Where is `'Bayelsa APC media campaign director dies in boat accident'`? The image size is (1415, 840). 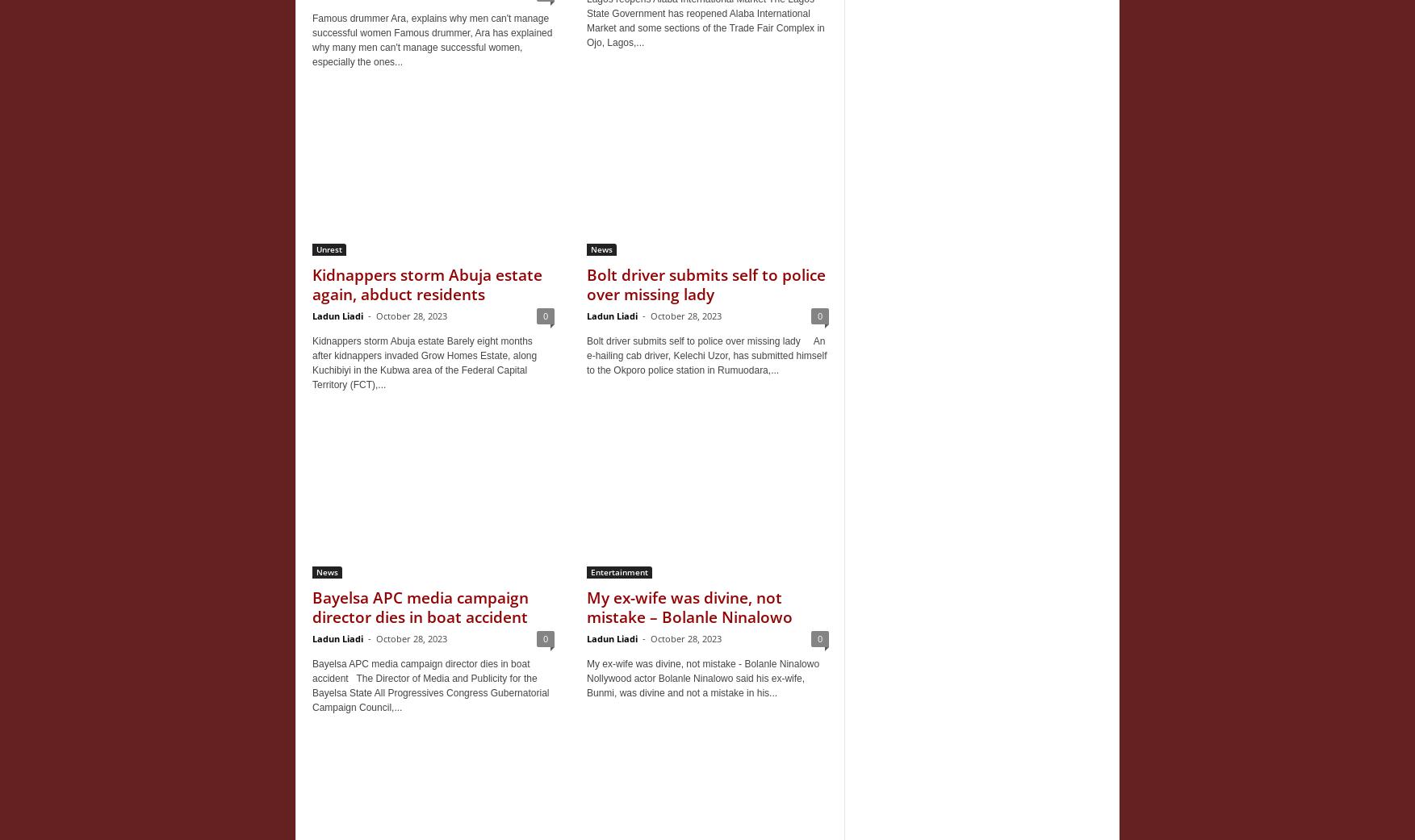
'Bayelsa APC media campaign director dies in boat accident' is located at coordinates (312, 607).